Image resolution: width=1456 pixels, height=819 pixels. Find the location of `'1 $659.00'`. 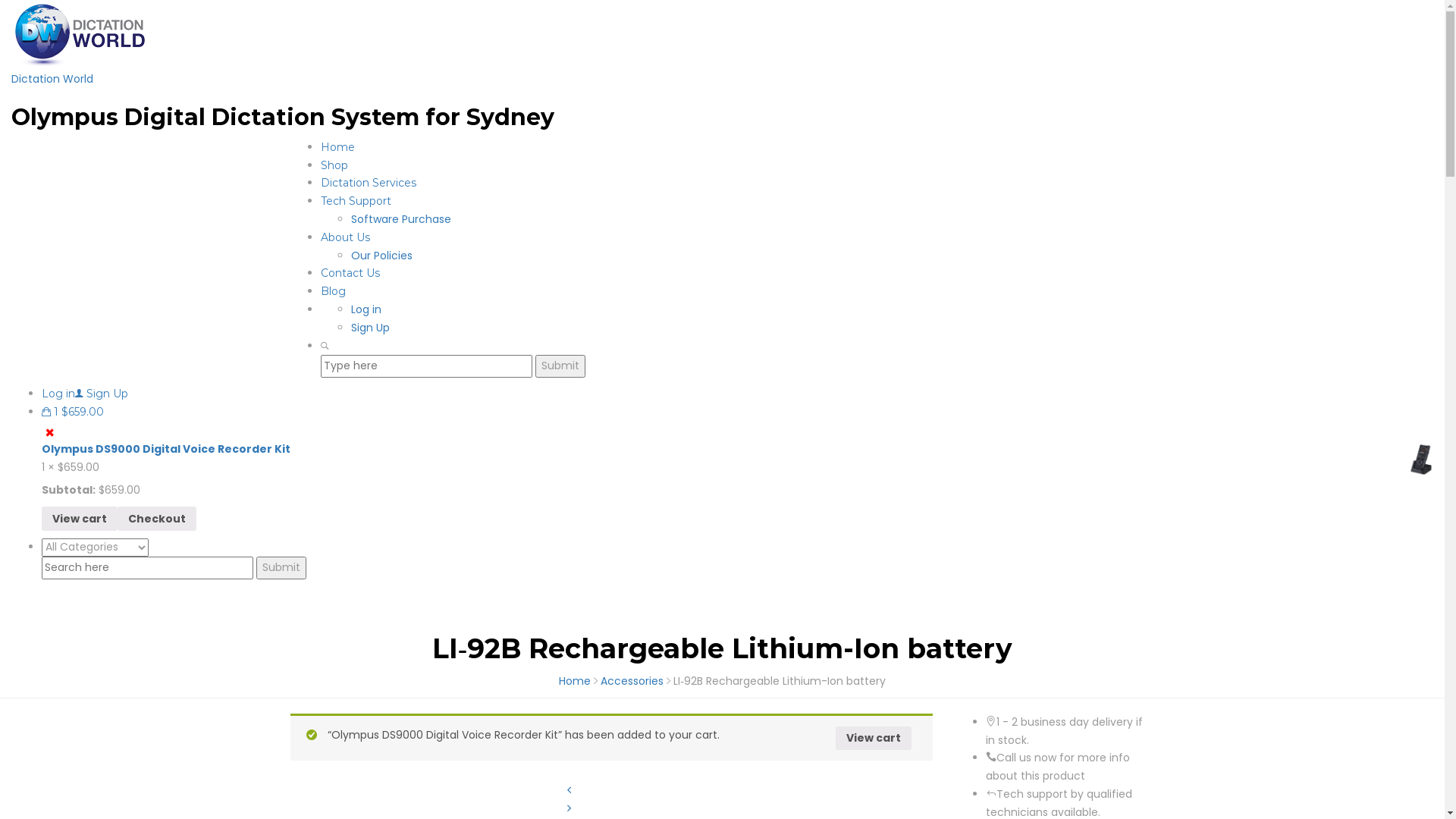

'1 $659.00' is located at coordinates (72, 412).